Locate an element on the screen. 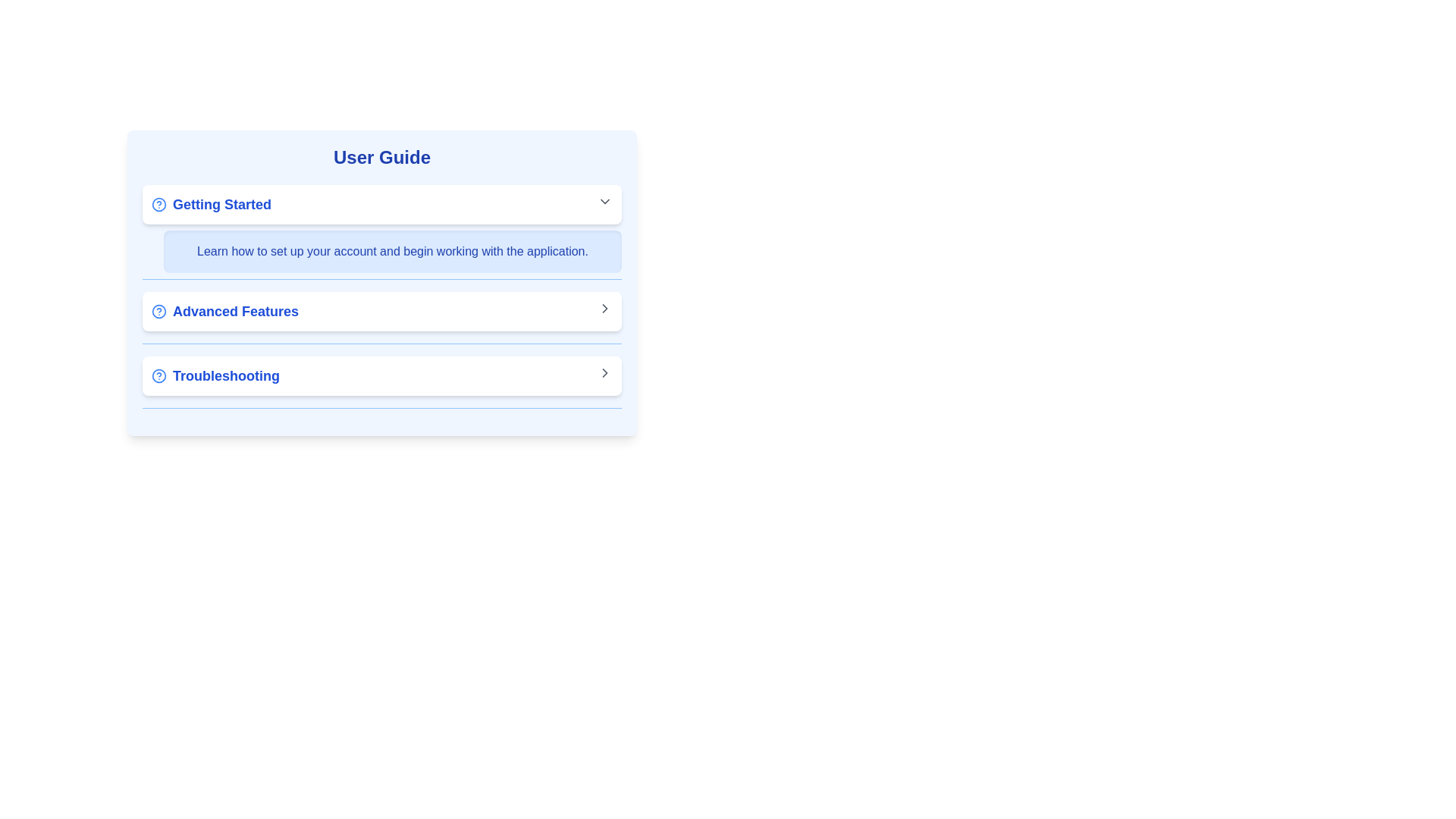 The image size is (1456, 819). the Chevron Right icon located at the far right end of the 'Troubleshooting' section is located at coordinates (604, 373).